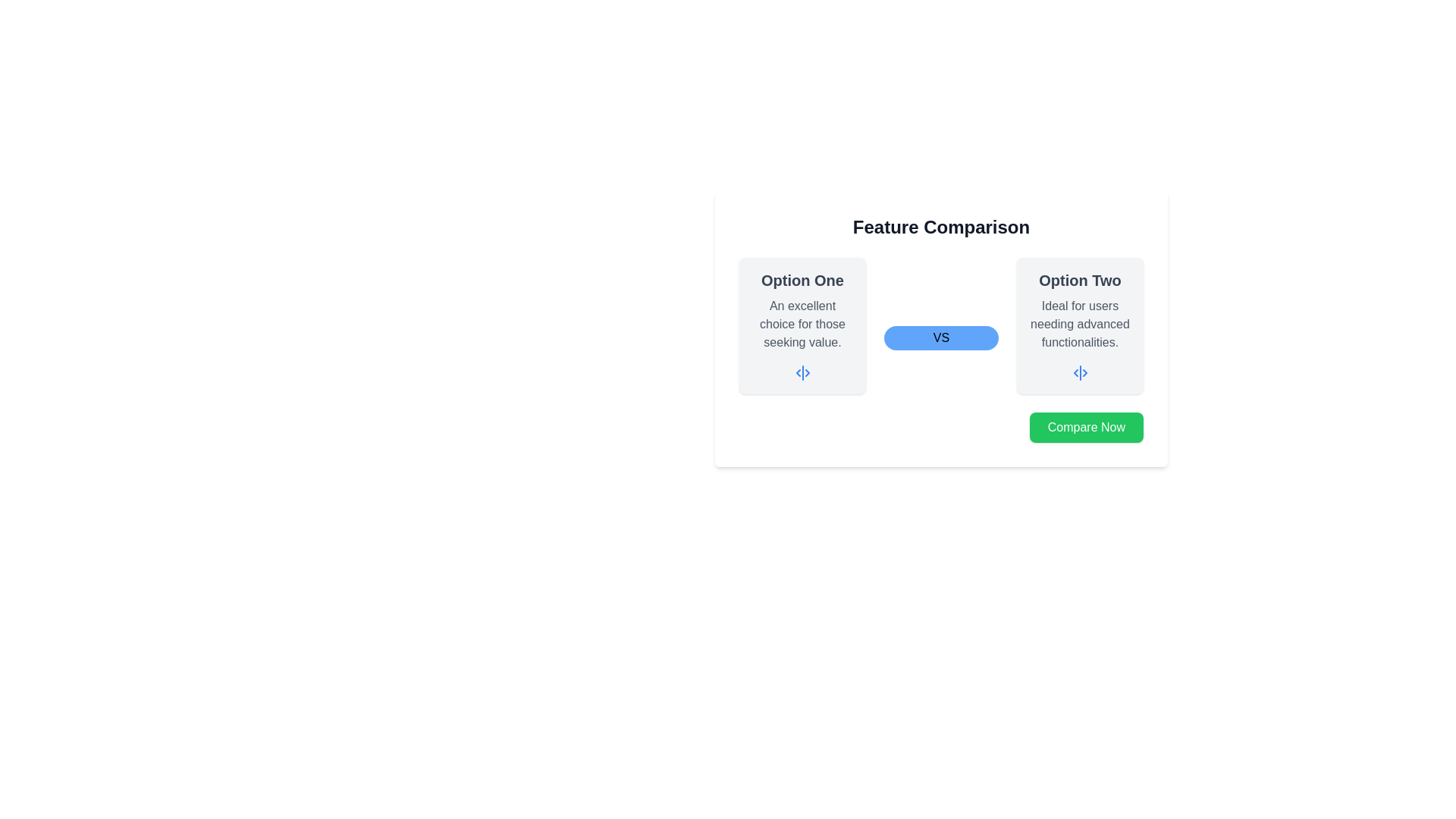  I want to click on the button located at the bottom-right part of the comparison section below 'Option Two' to initiate the comparison process, so click(1085, 427).